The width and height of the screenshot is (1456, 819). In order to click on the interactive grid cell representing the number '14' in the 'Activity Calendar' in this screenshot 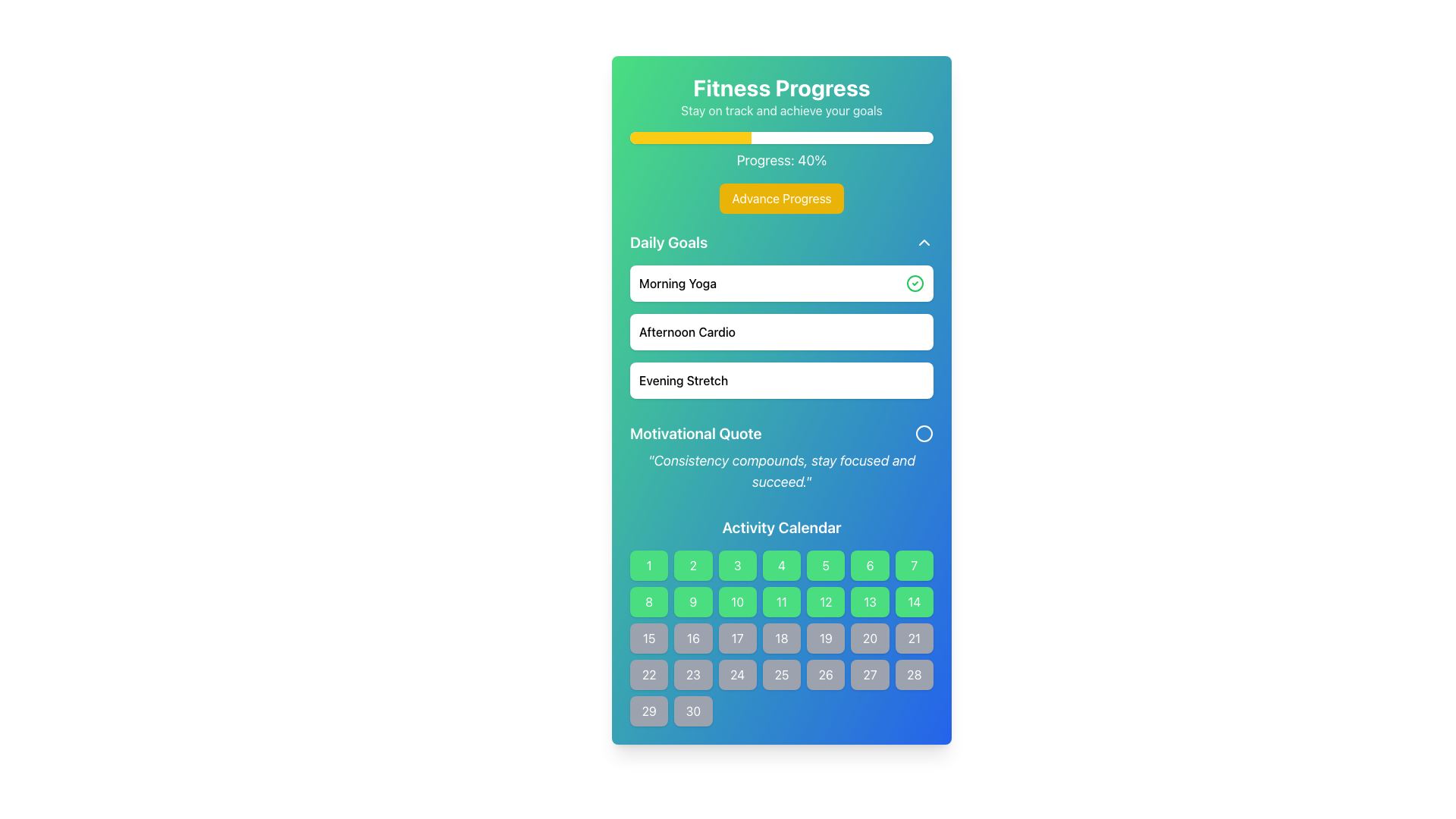, I will do `click(913, 601)`.